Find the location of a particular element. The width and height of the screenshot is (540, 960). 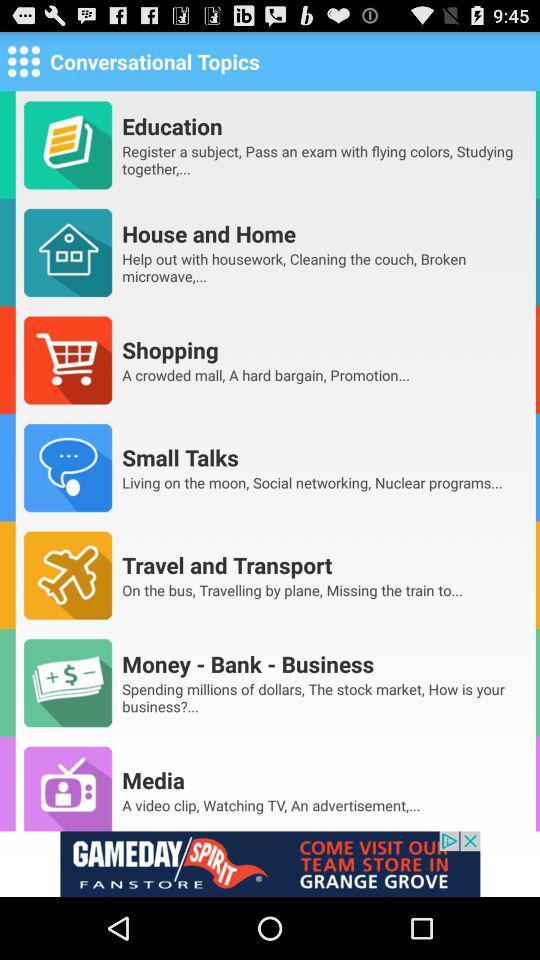

choose layout is located at coordinates (22, 59).